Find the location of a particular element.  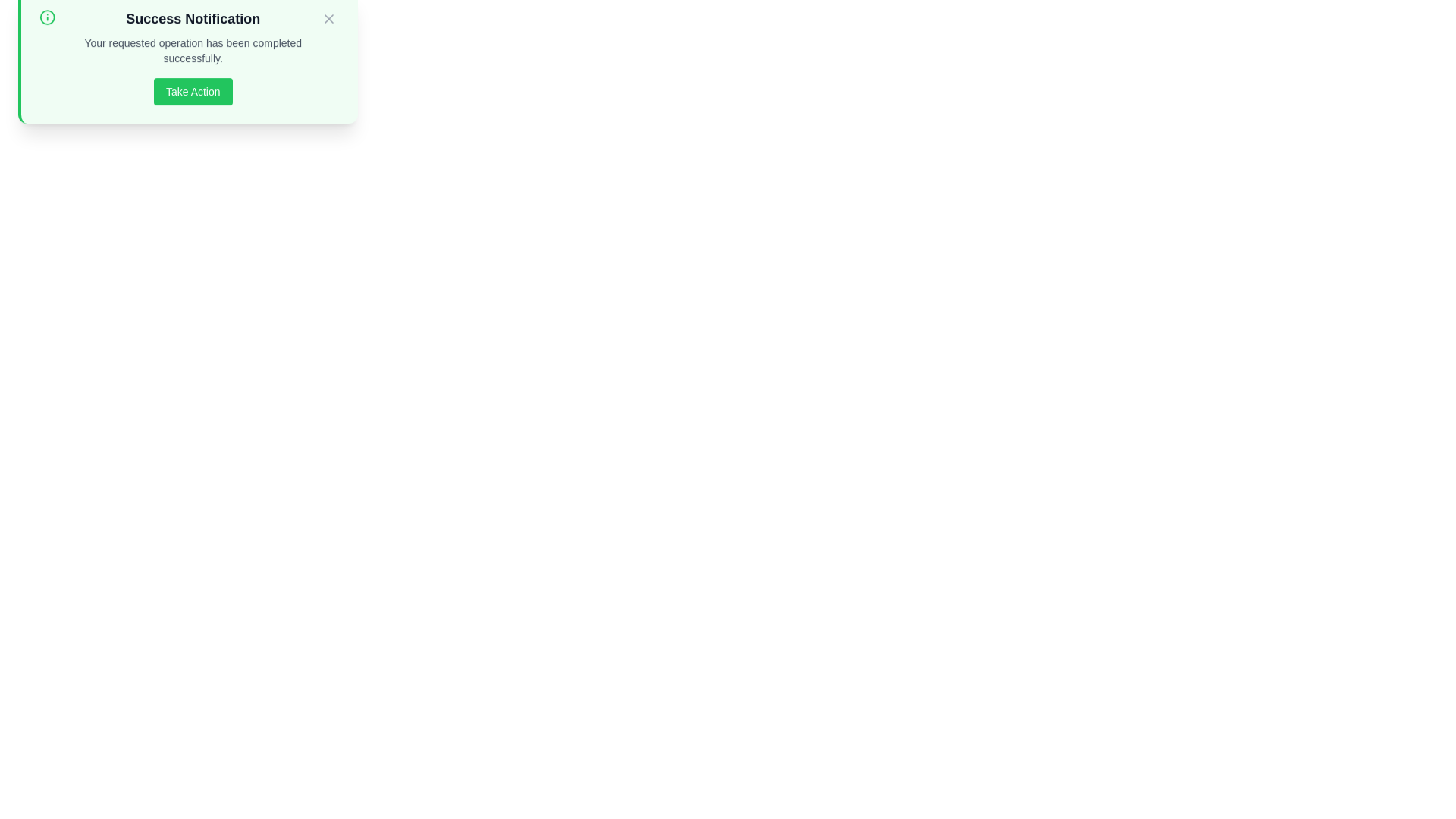

the 'Take Action' button to observe hover effects is located at coordinates (192, 106).